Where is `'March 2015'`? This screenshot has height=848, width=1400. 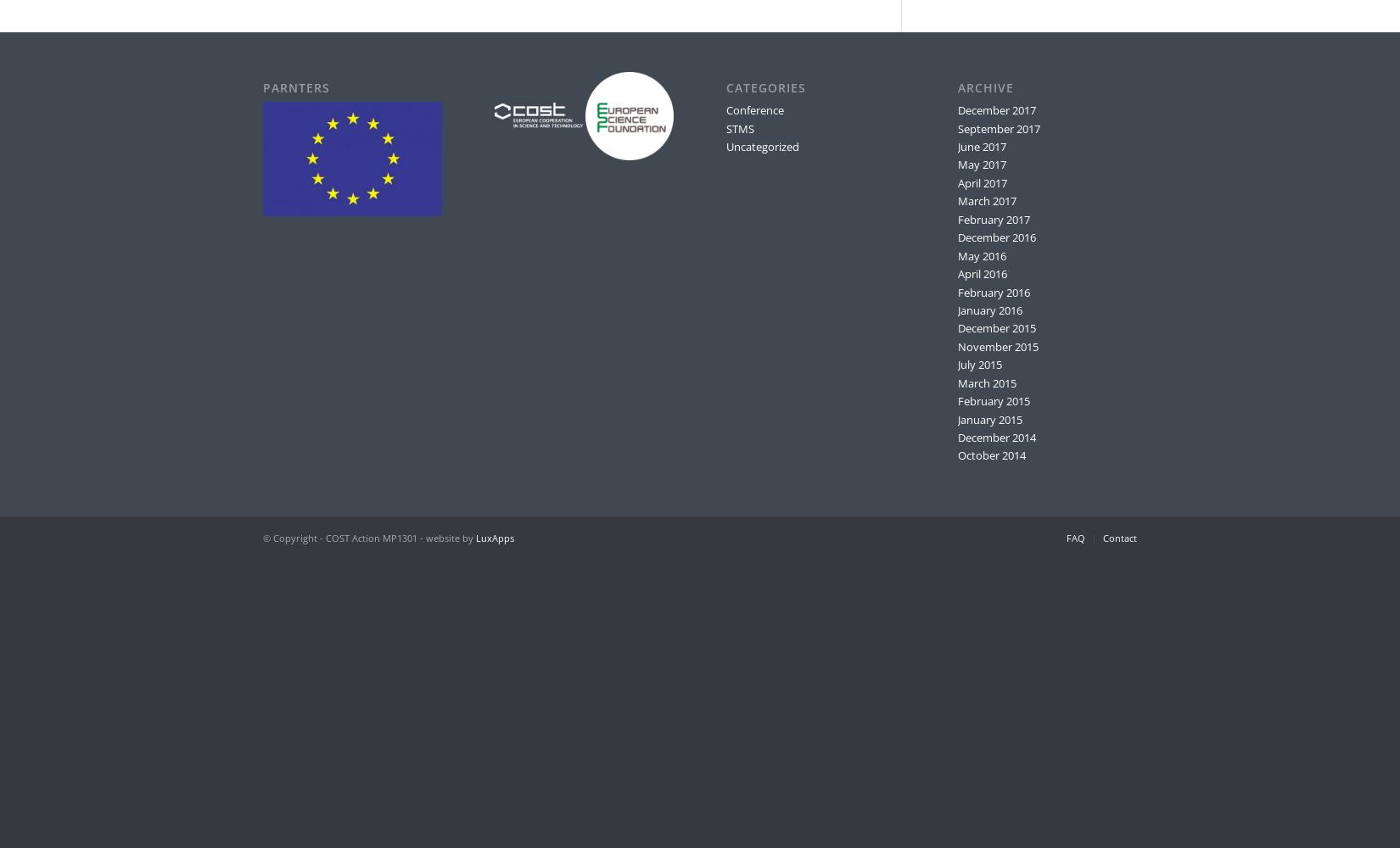 'March 2015' is located at coordinates (986, 382).